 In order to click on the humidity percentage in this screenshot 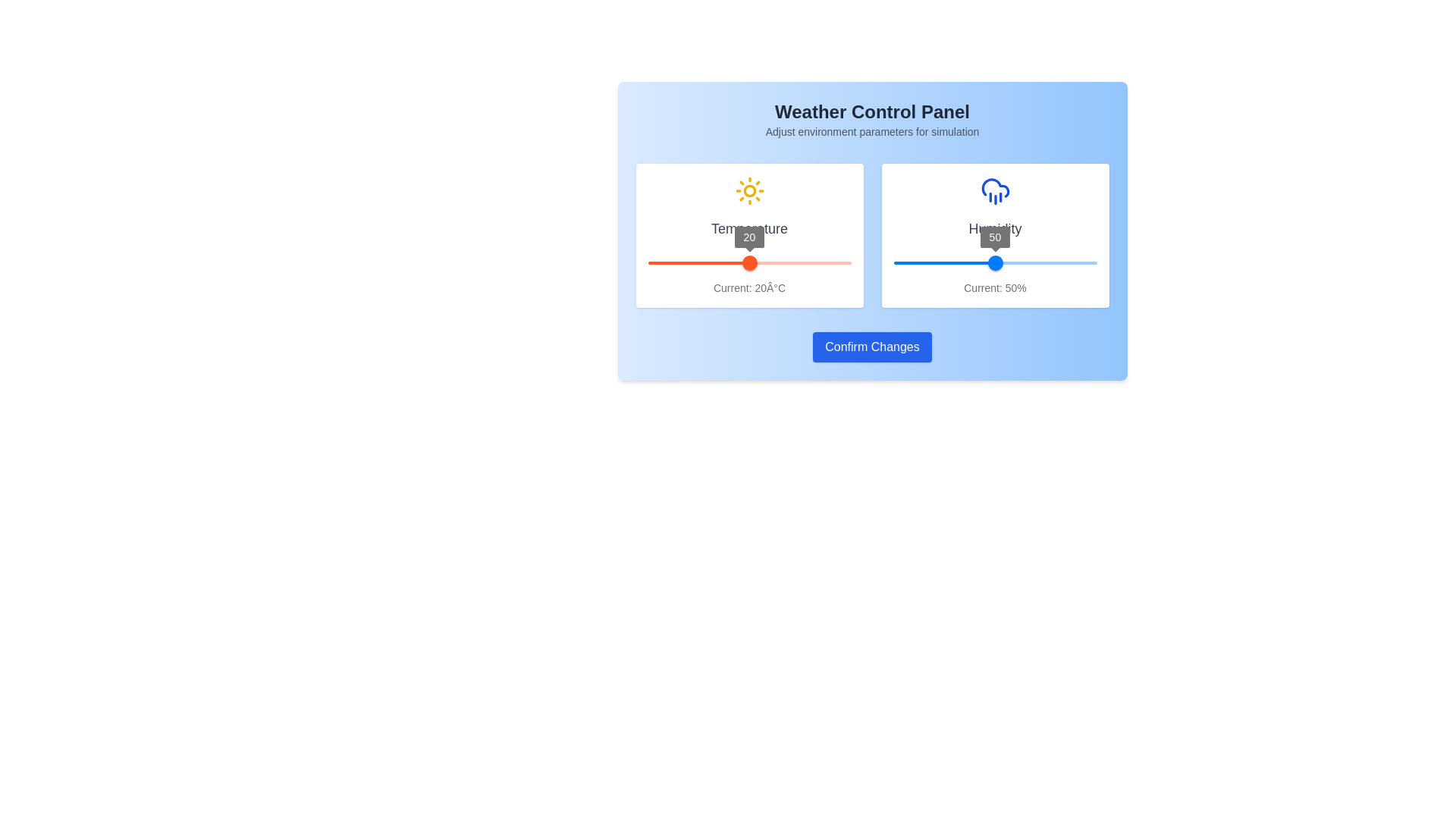, I will do `click(897, 262)`.